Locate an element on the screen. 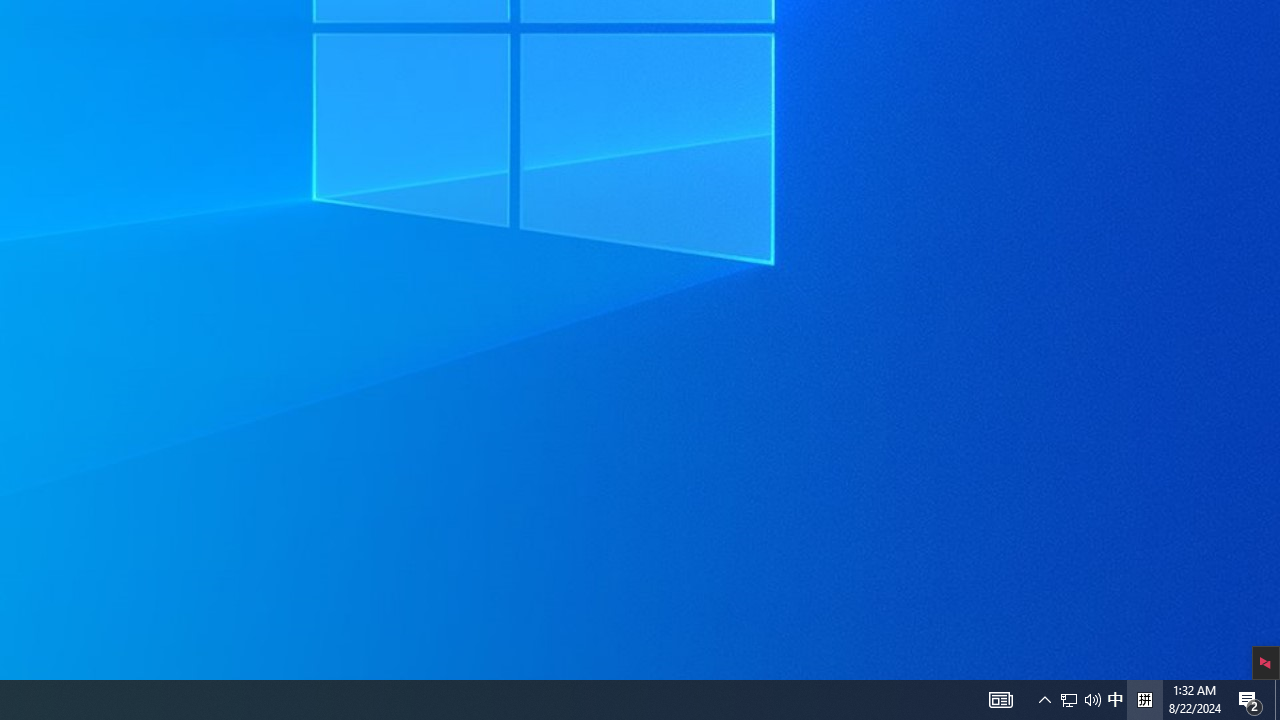 This screenshot has height=720, width=1280. 'User Promoted Notification Area' is located at coordinates (1000, 698).